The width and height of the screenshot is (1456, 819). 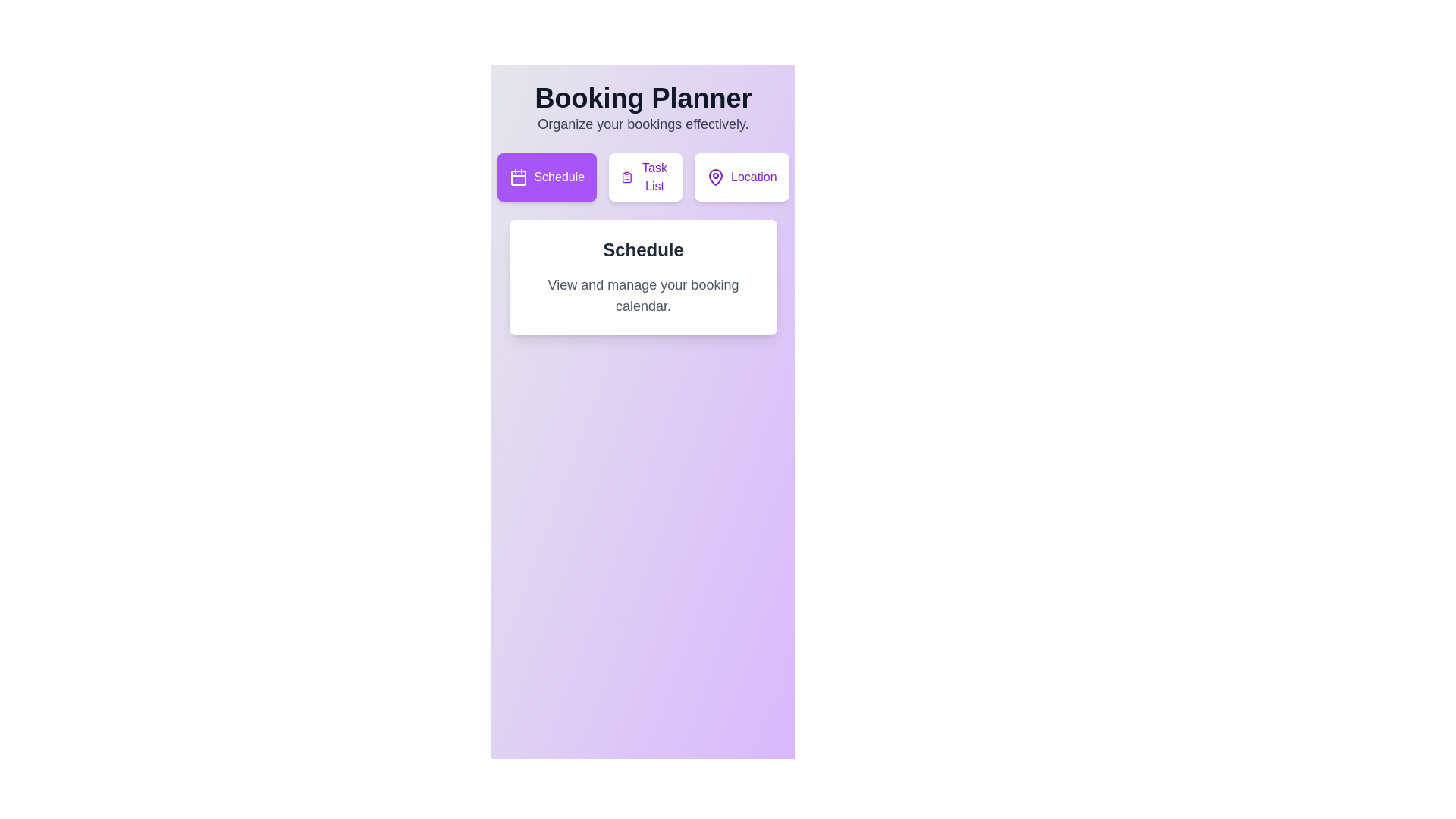 I want to click on the Location tab by clicking its navigation button, so click(x=742, y=177).